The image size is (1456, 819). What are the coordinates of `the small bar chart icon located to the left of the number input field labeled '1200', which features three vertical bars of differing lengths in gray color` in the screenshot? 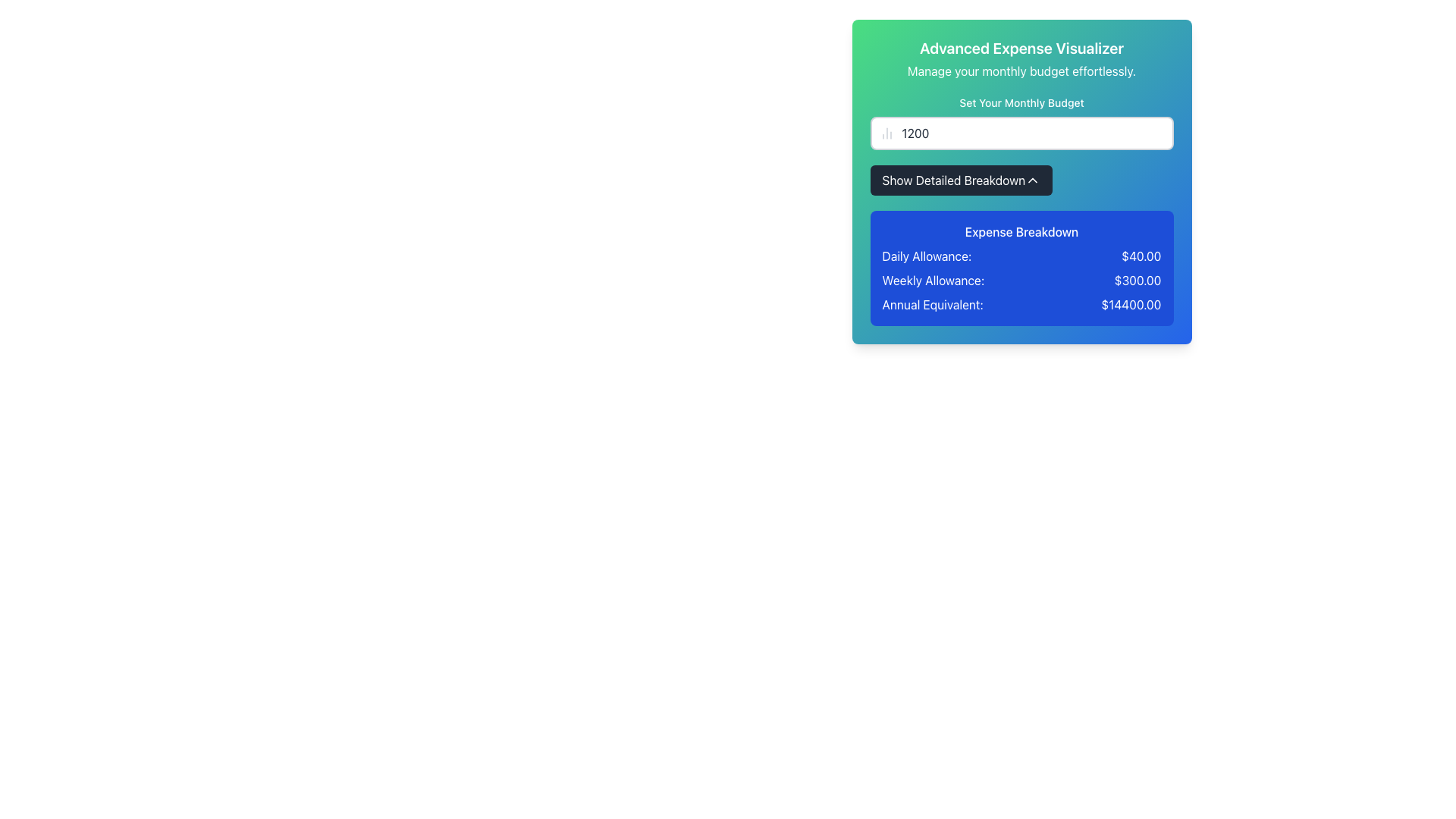 It's located at (886, 133).